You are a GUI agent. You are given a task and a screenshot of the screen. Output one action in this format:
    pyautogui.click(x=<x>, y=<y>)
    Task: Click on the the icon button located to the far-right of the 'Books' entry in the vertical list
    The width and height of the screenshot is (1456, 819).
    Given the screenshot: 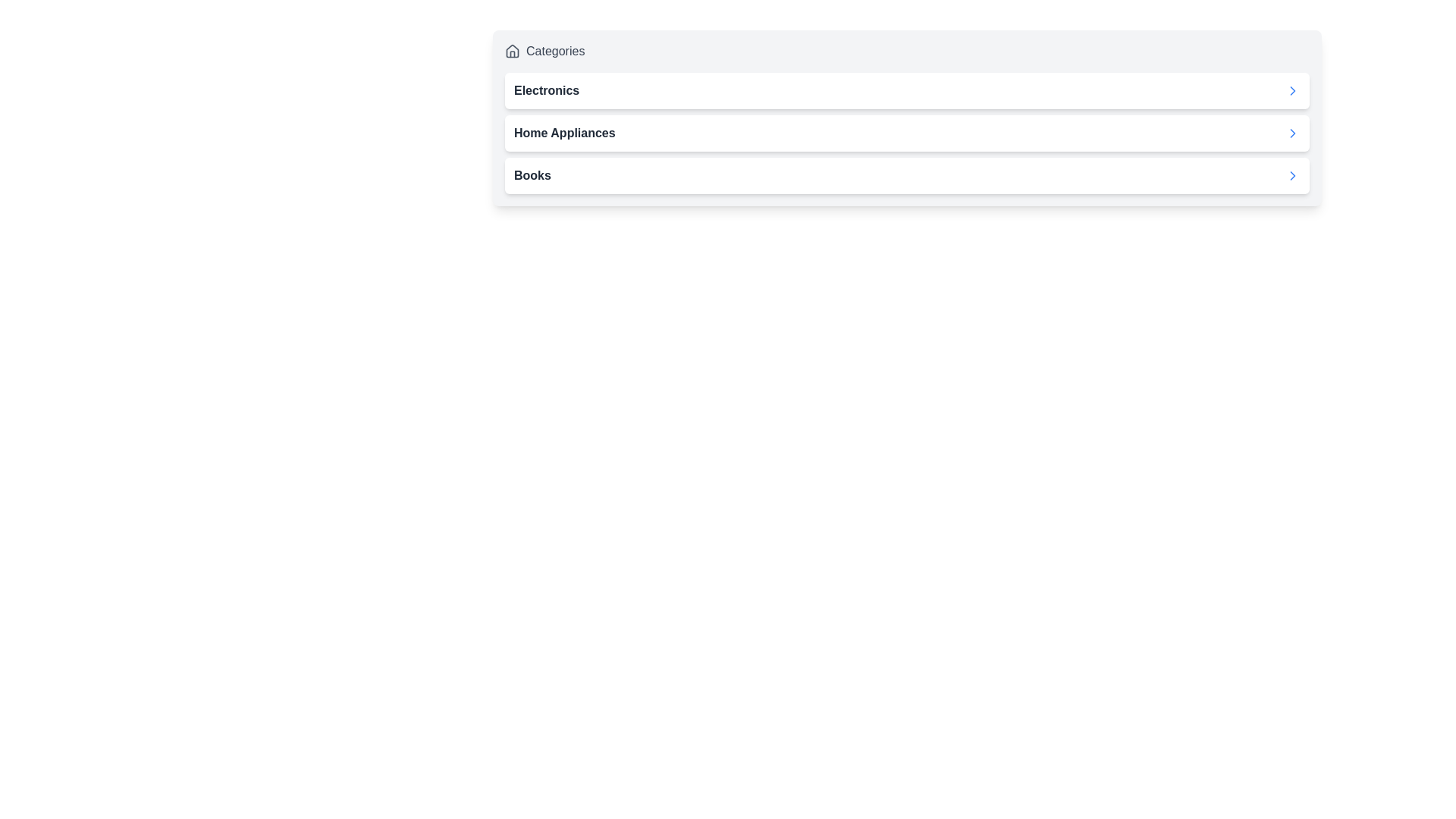 What is the action you would take?
    pyautogui.click(x=1291, y=174)
    